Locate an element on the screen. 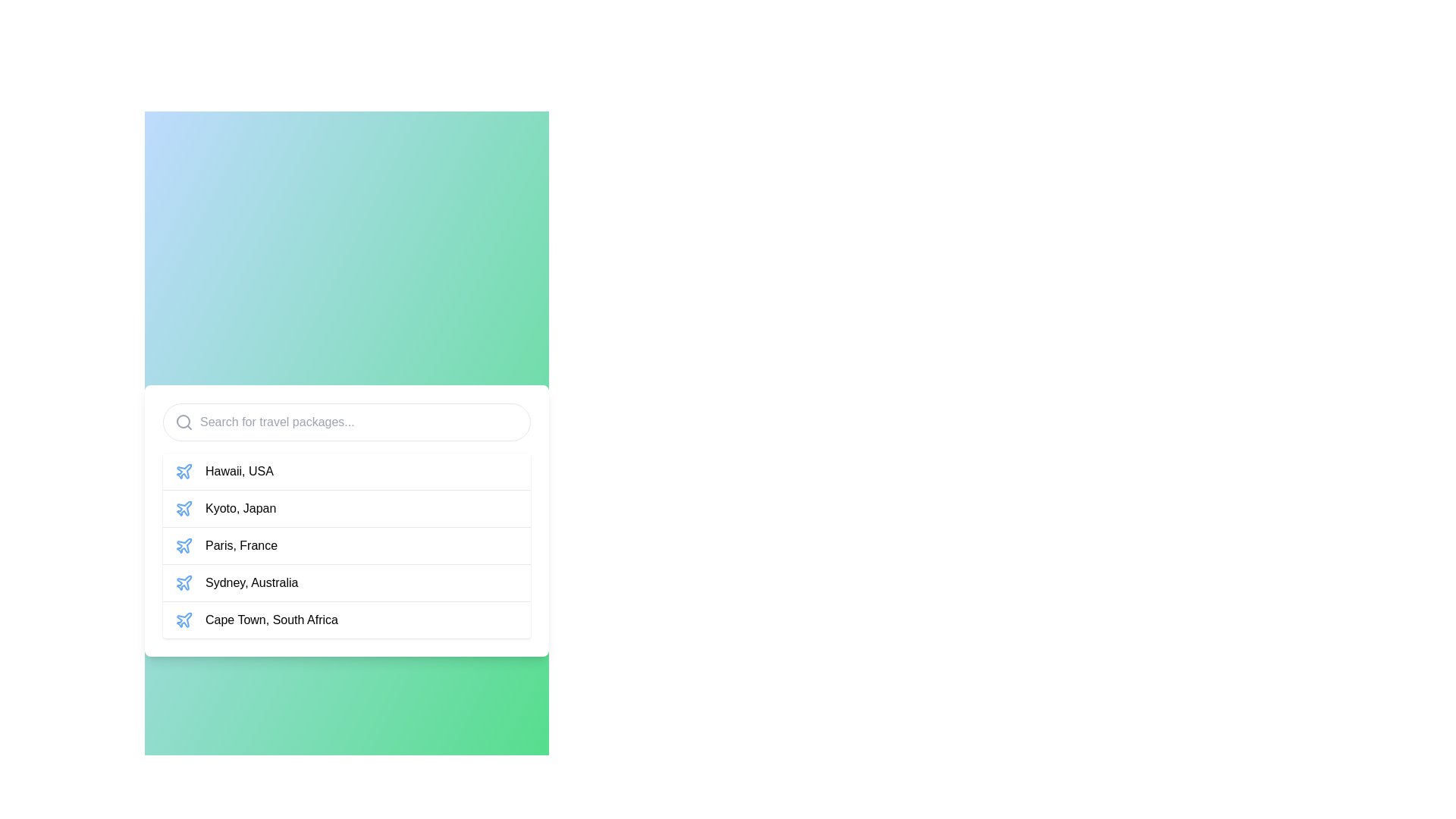 The image size is (1456, 819). the text label displaying 'Cape Town, South Africa' is located at coordinates (271, 620).